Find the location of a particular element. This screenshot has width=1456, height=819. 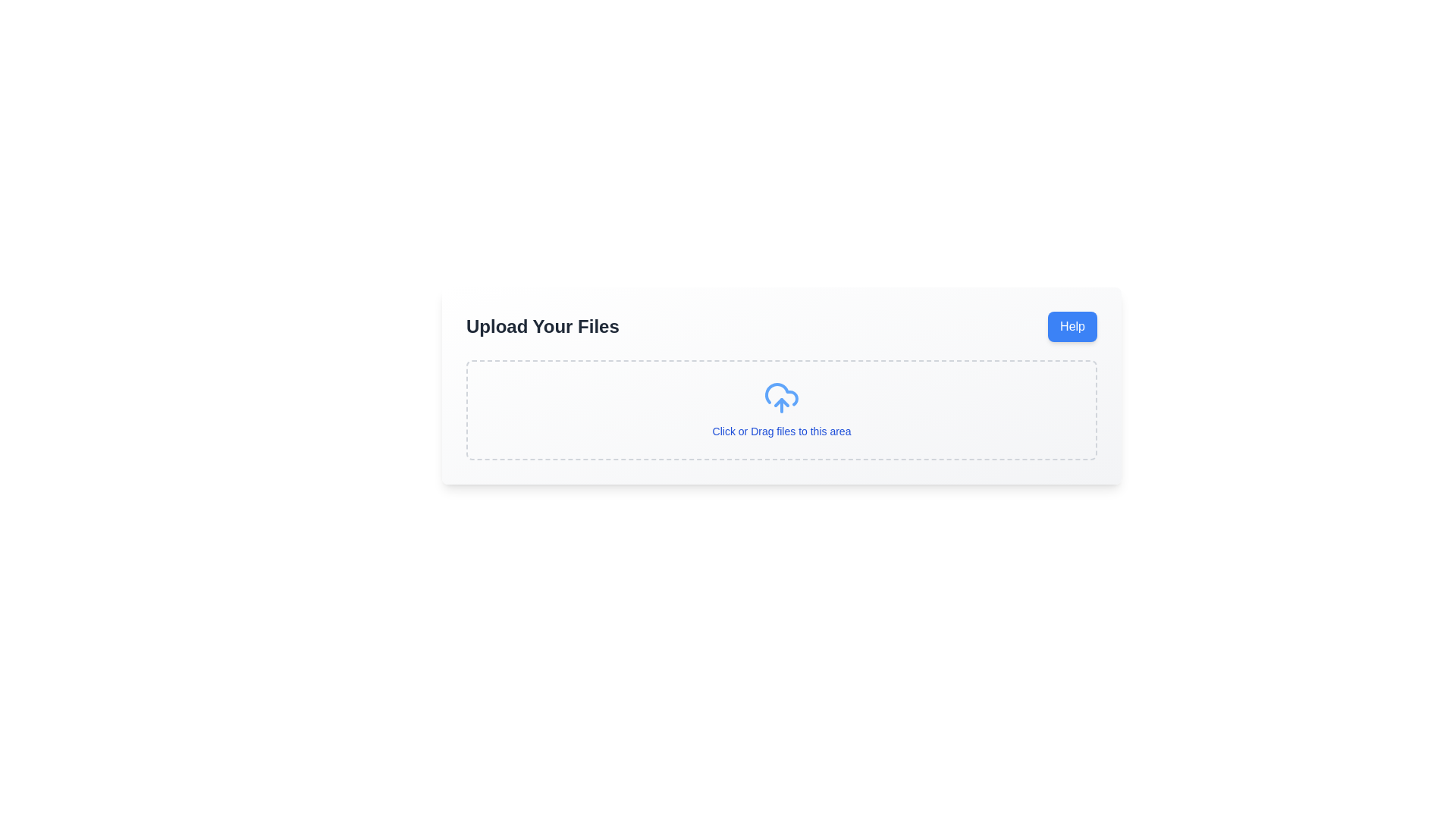

the curved blue line at the top half of the cloud icon which is part of a larger SVG graphic is located at coordinates (782, 394).